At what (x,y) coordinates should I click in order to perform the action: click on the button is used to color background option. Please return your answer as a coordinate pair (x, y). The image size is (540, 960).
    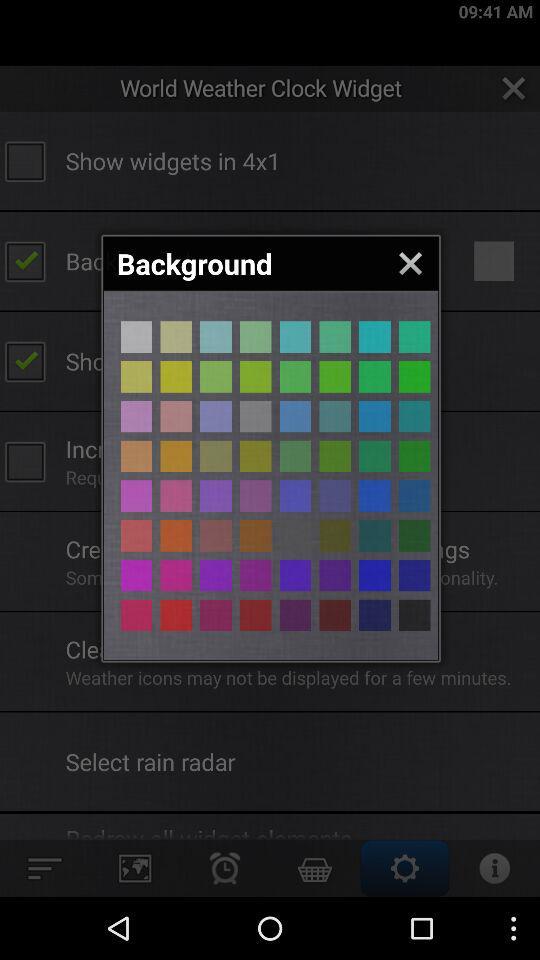
    Looking at the image, I should click on (413, 337).